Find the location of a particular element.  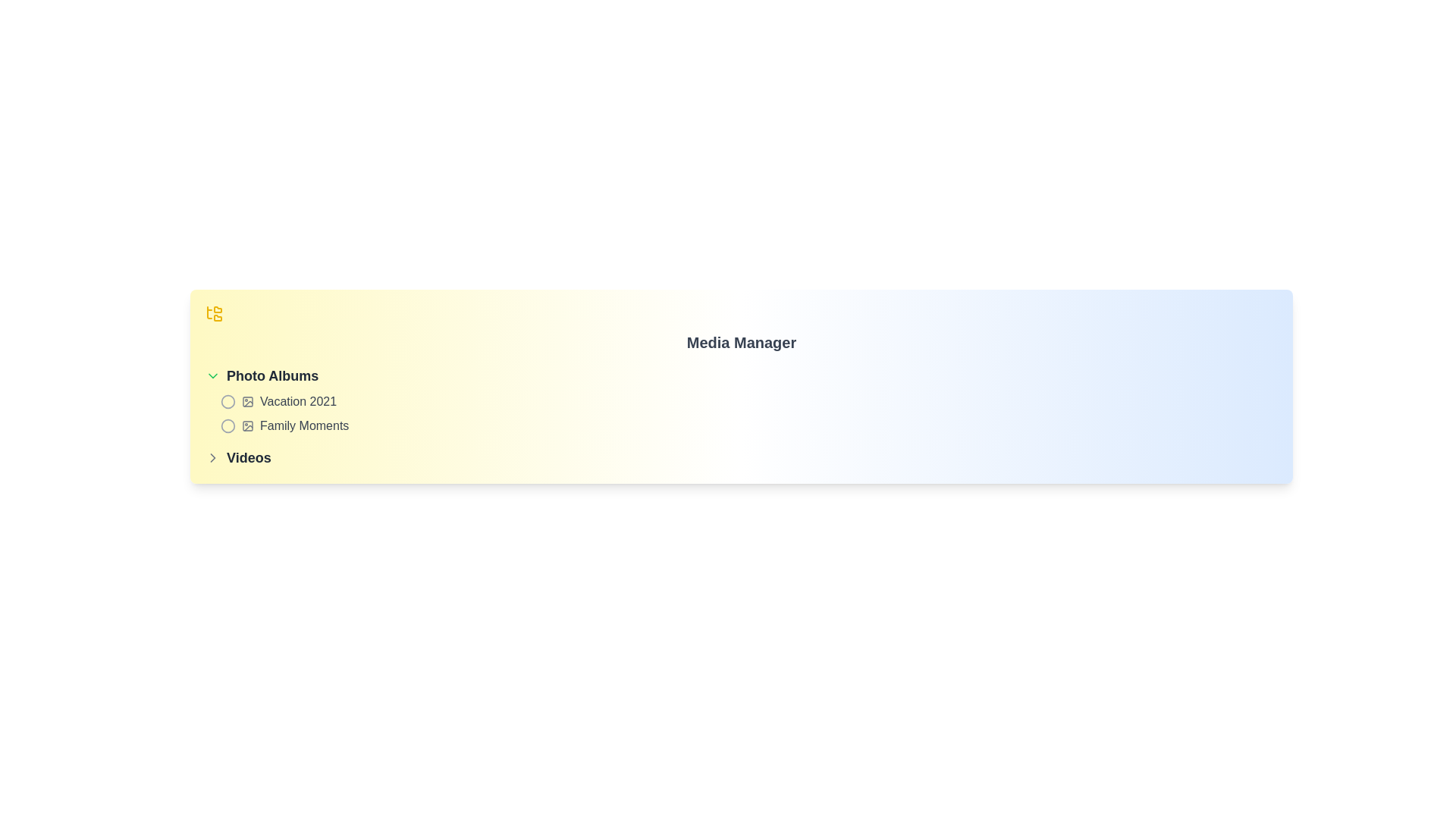

the state of the Icon (Circle) representing the 'Vacation 2021' album, positioned in the 'Photo Albums' section, aligned to the left of the album label is located at coordinates (227, 400).